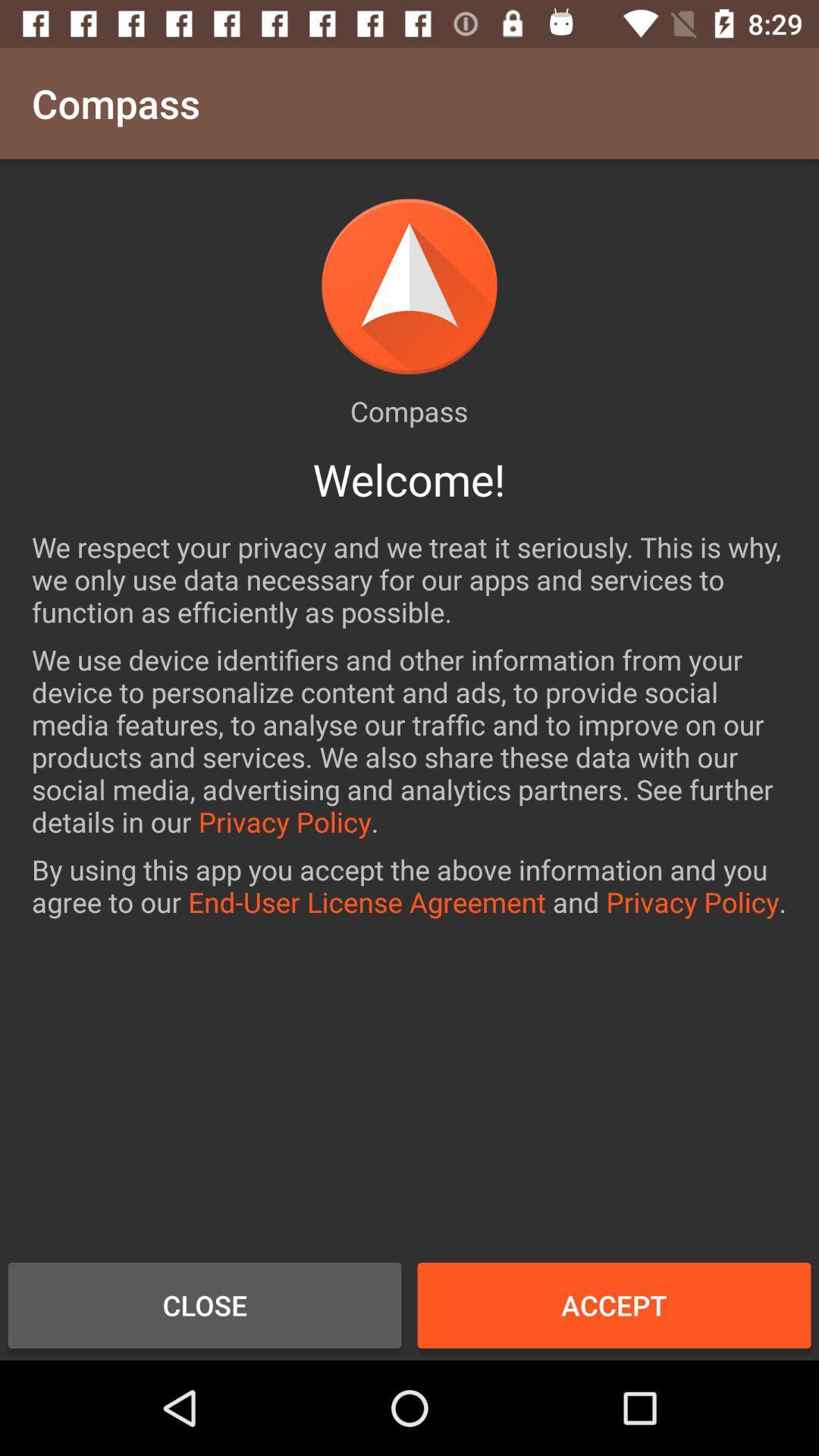 The width and height of the screenshot is (819, 1456). Describe the element at coordinates (205, 1304) in the screenshot. I see `close` at that location.